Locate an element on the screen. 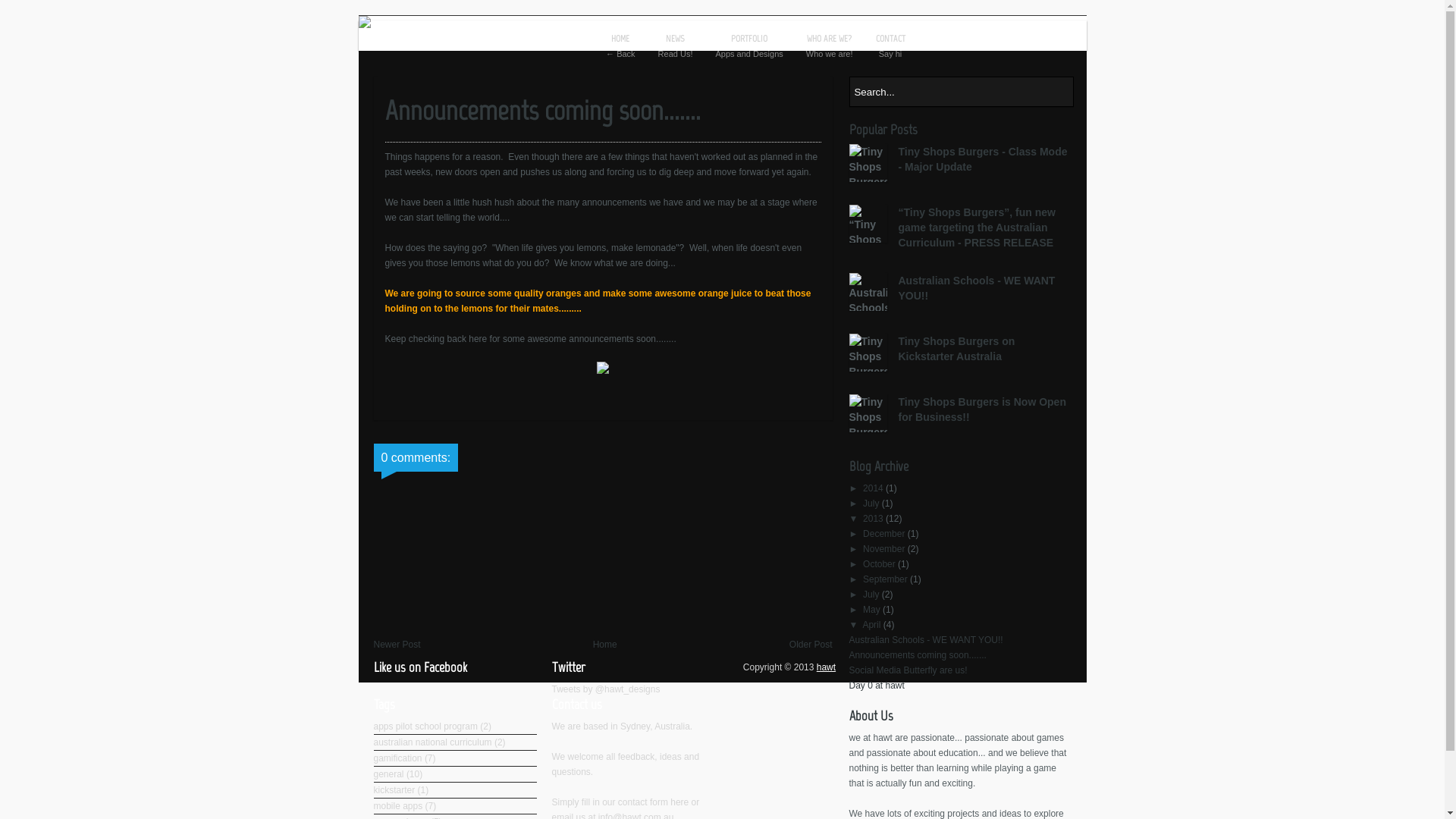 The width and height of the screenshot is (1456, 819). 'Search...' is located at coordinates (946, 91).